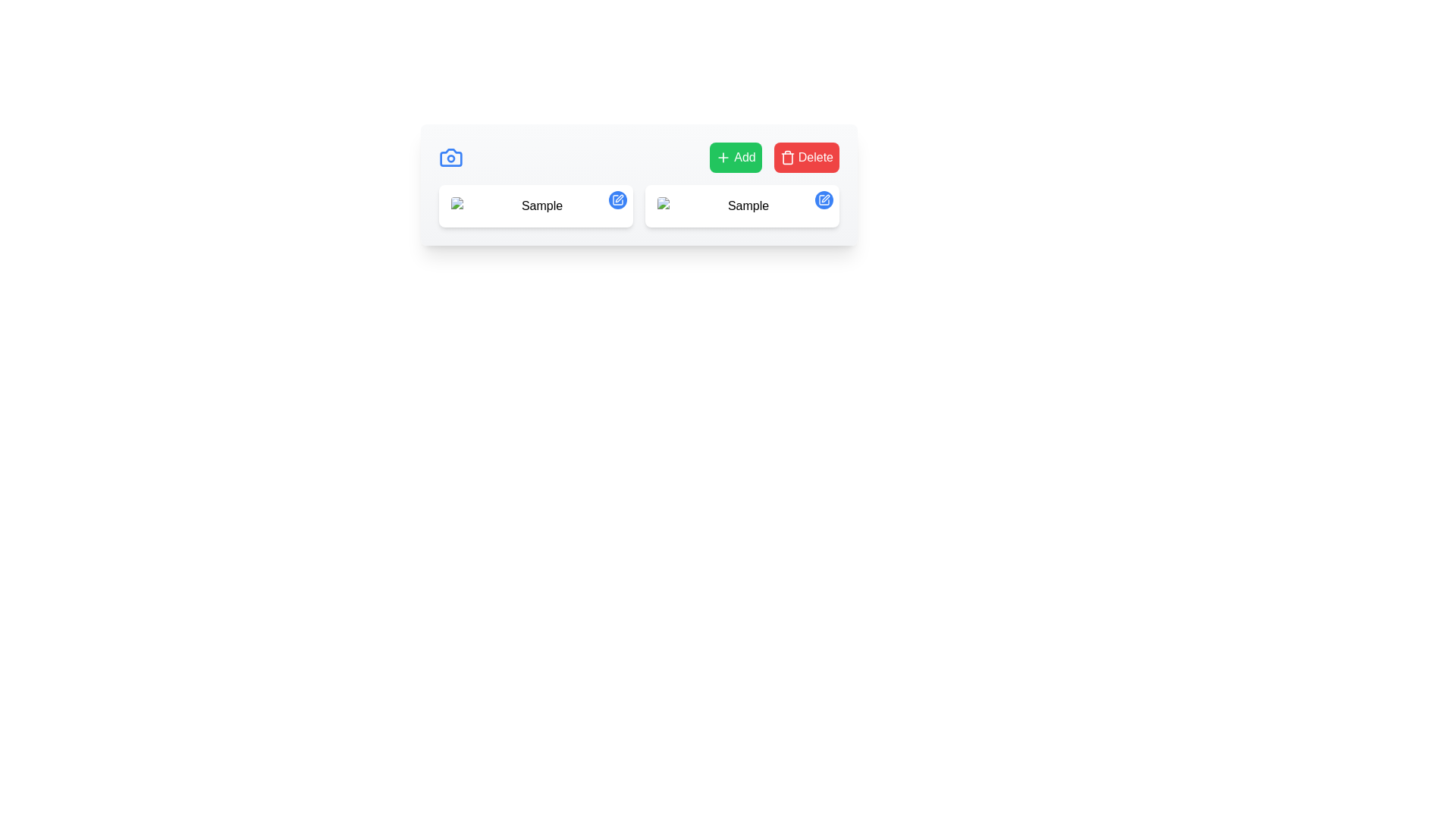 Image resolution: width=1456 pixels, height=819 pixels. Describe the element at coordinates (787, 158) in the screenshot. I see `the trash bin icon within the 'Delete' button located at the top-right of the interface` at that location.